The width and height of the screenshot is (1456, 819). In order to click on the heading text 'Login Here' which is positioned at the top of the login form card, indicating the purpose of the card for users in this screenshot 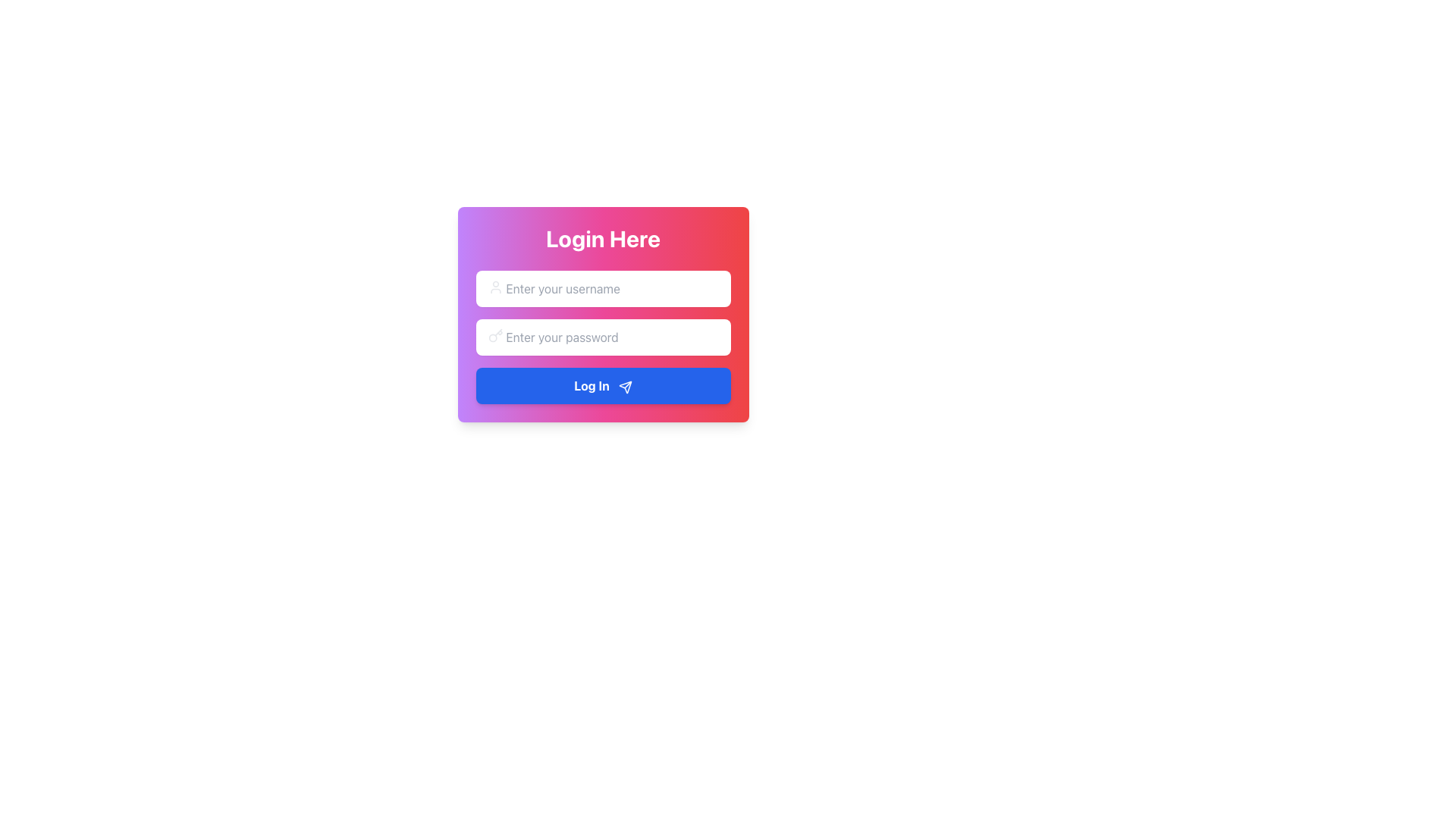, I will do `click(602, 239)`.